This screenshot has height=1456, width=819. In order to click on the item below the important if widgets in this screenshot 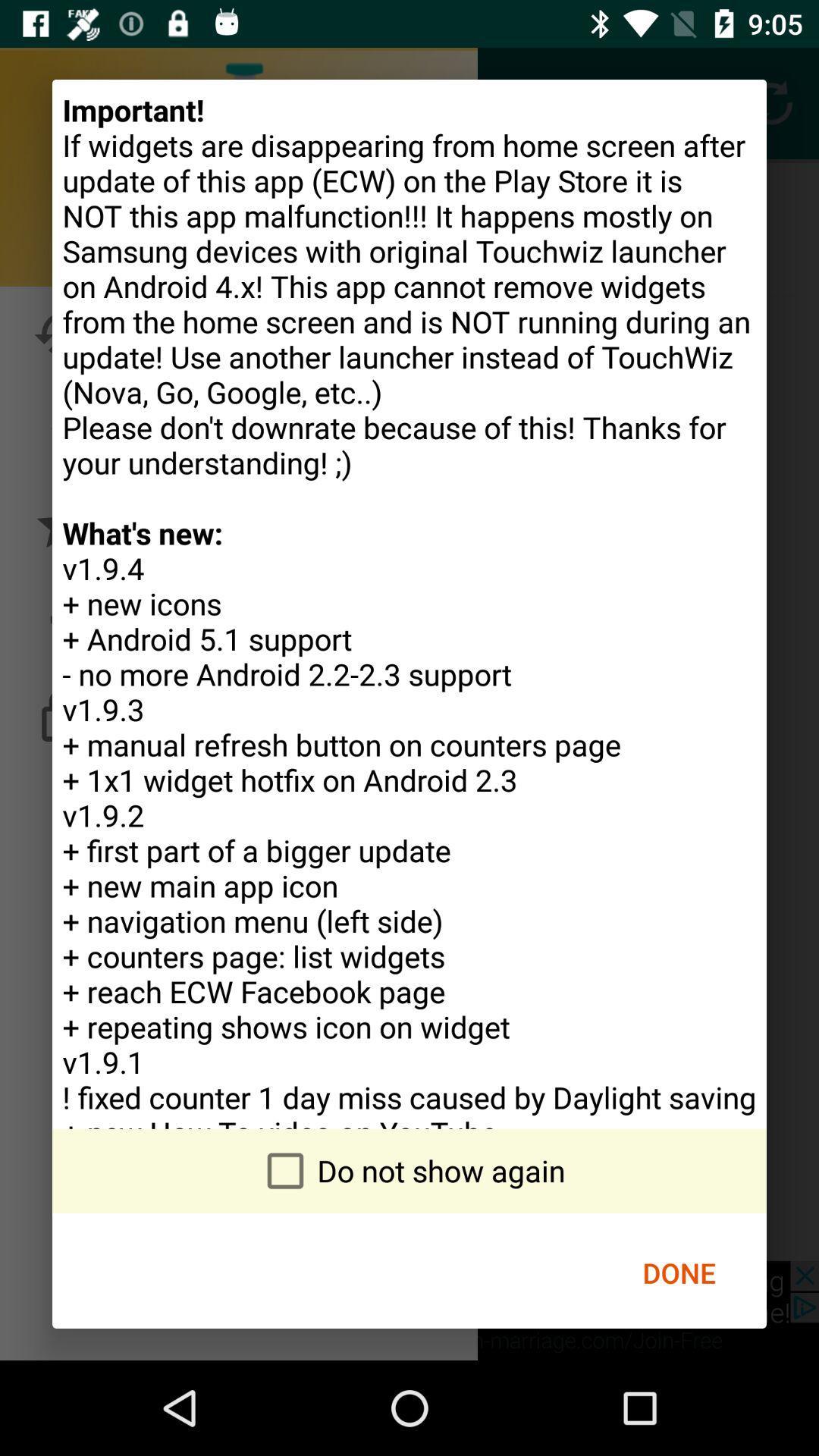, I will do `click(409, 1170)`.